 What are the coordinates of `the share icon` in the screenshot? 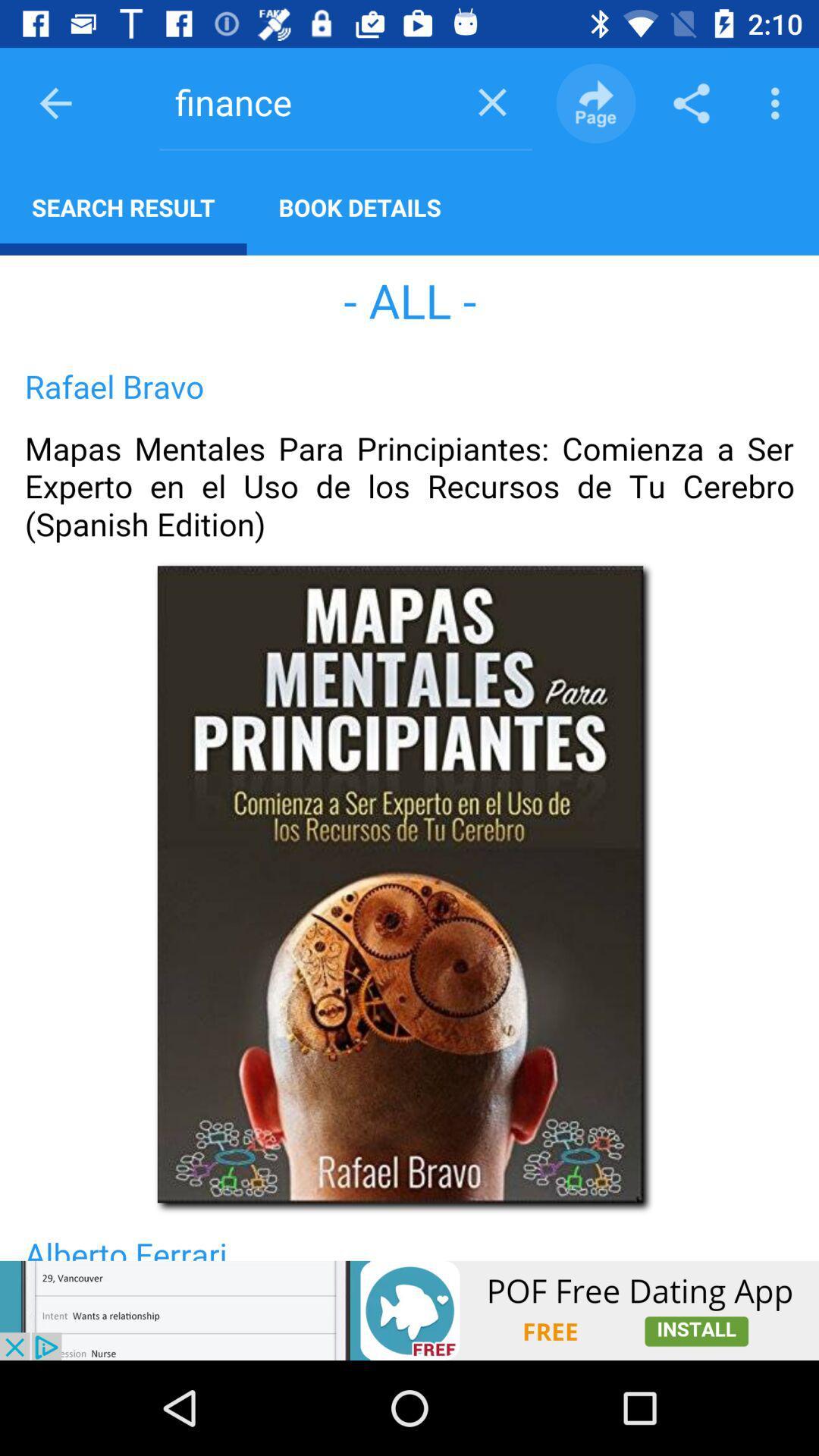 It's located at (691, 102).